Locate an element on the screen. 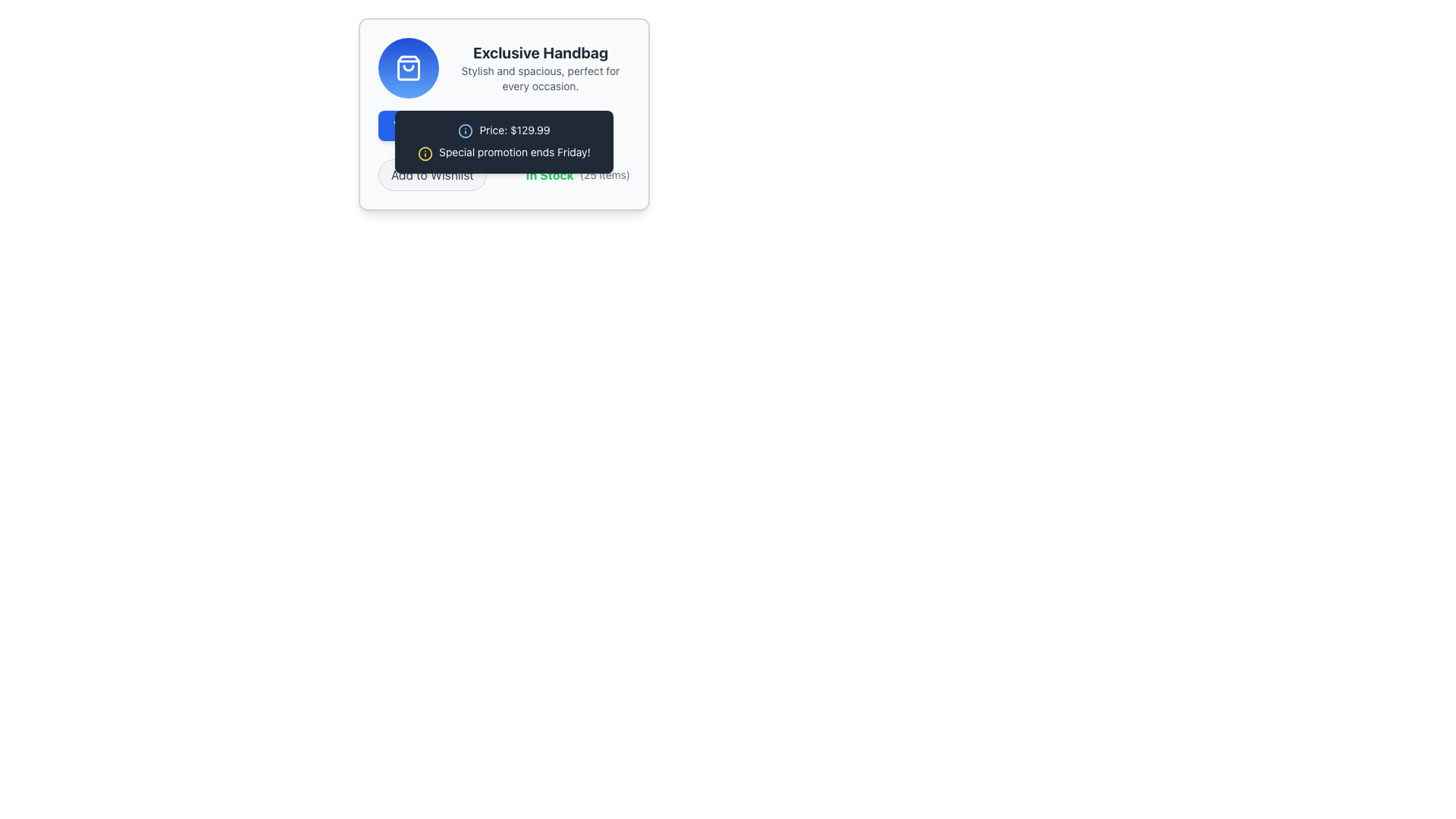 This screenshot has height=819, width=1456. the informational icon located to the left of the text 'Special promotion ends Friday!' is located at coordinates (425, 153).